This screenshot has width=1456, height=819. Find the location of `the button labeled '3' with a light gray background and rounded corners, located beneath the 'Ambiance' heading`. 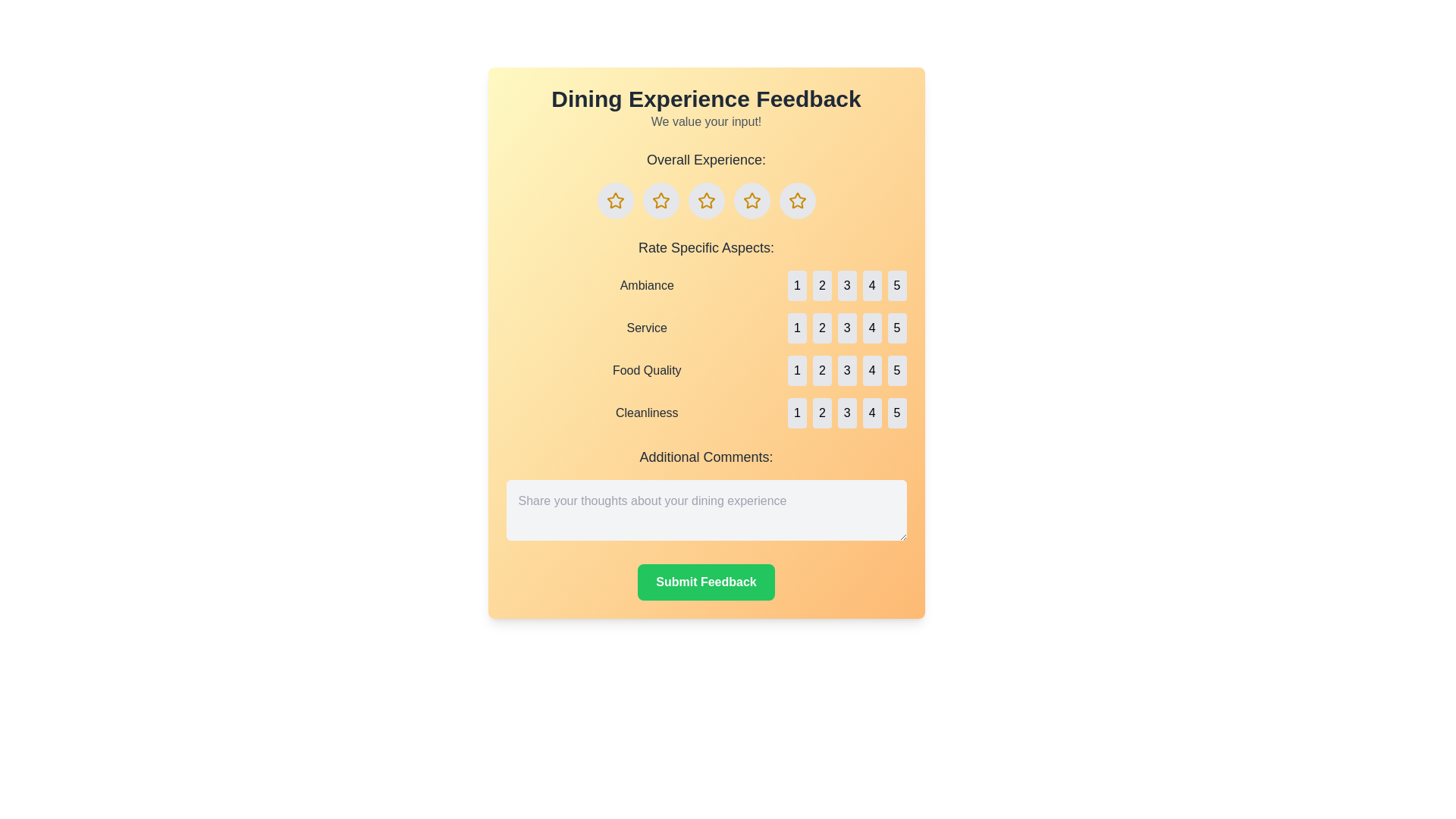

the button labeled '3' with a light gray background and rounded corners, located beneath the 'Ambiance' heading is located at coordinates (846, 286).